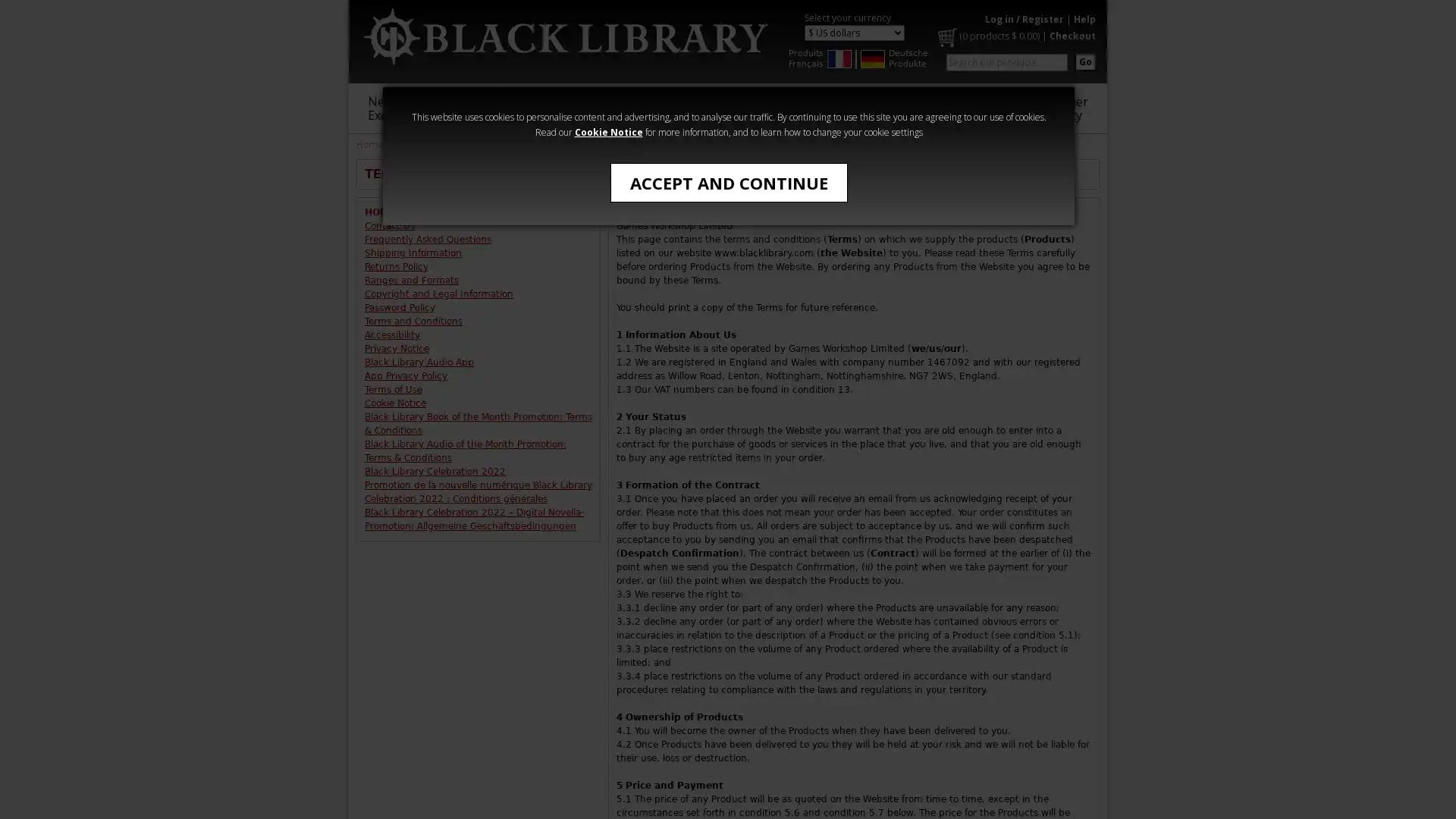 The height and width of the screenshot is (819, 1456). I want to click on ACCEPT AND CONTINUE, so click(728, 181).